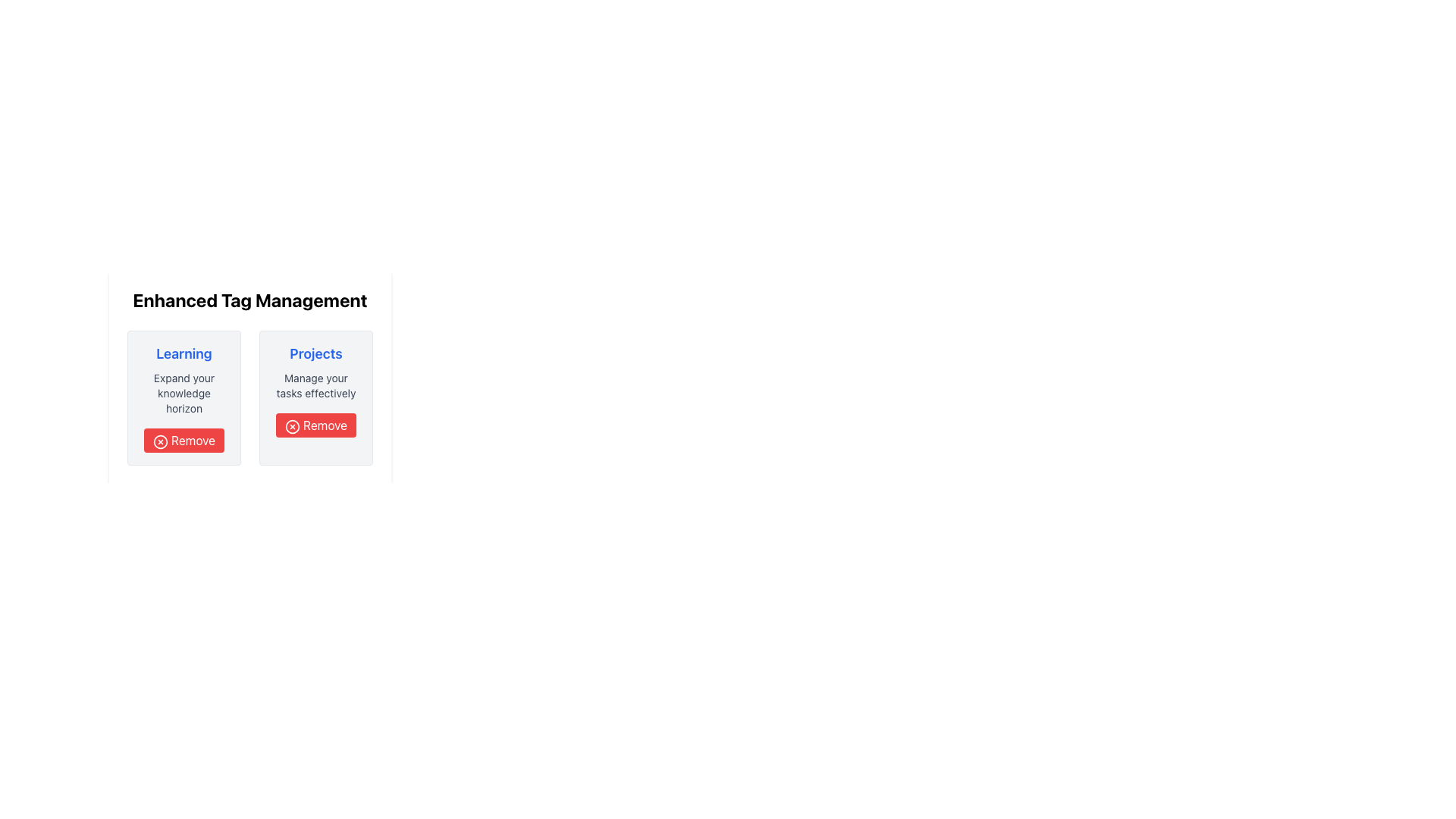  Describe the element at coordinates (315, 385) in the screenshot. I see `the static text element that reads 'Manage your tasks effectively', which is styled with small, gray-colored text and located below the 'Projects' heading` at that location.